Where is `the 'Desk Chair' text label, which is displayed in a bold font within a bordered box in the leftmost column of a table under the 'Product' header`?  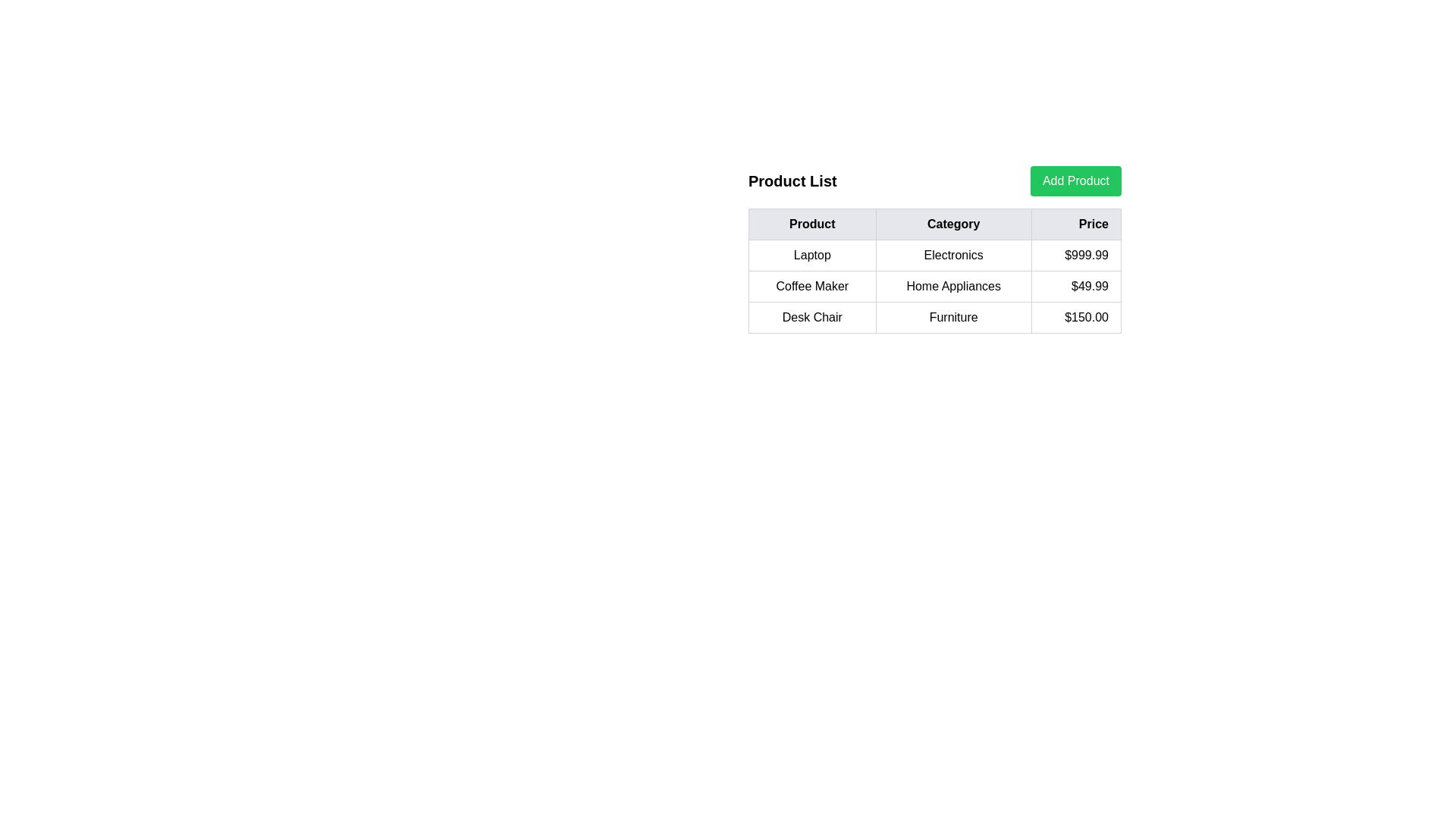 the 'Desk Chair' text label, which is displayed in a bold font within a bordered box in the leftmost column of a table under the 'Product' header is located at coordinates (811, 317).